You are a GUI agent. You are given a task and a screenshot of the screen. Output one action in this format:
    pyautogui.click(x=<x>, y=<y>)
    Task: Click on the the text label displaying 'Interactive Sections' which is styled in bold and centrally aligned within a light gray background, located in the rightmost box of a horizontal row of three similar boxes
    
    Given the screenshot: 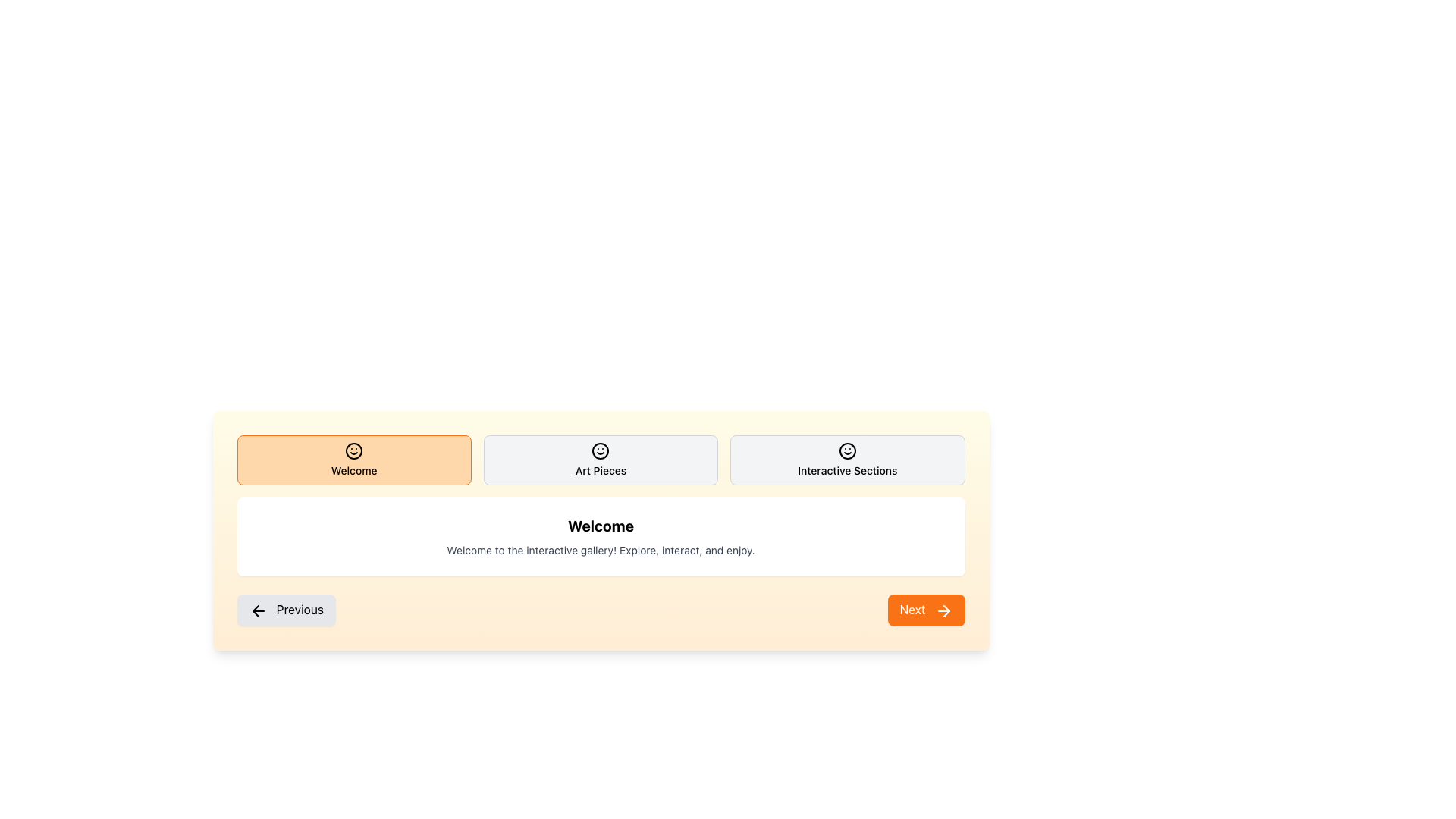 What is the action you would take?
    pyautogui.click(x=846, y=470)
    